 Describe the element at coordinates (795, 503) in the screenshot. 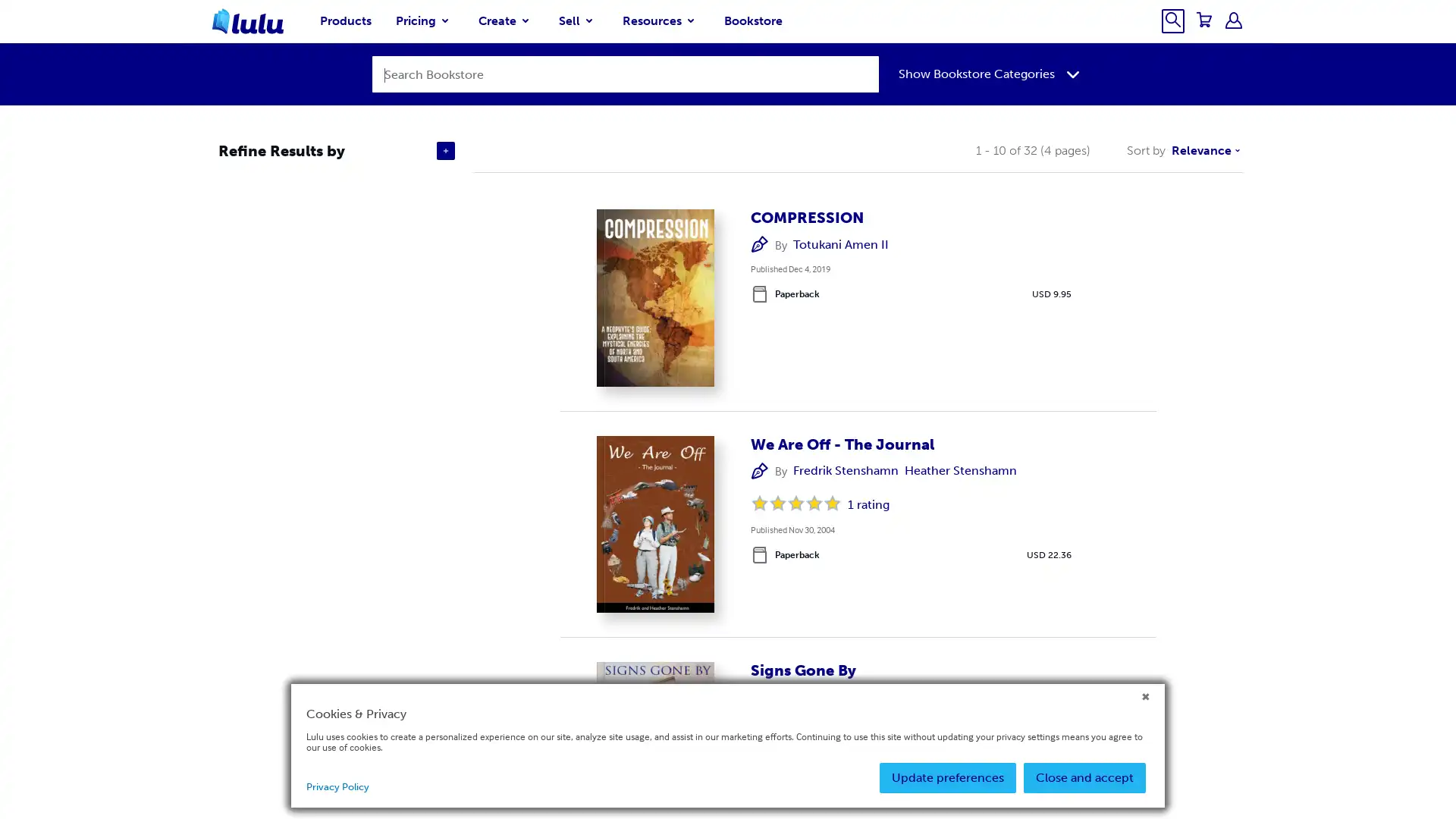

I see `Choose 3 stars` at that location.